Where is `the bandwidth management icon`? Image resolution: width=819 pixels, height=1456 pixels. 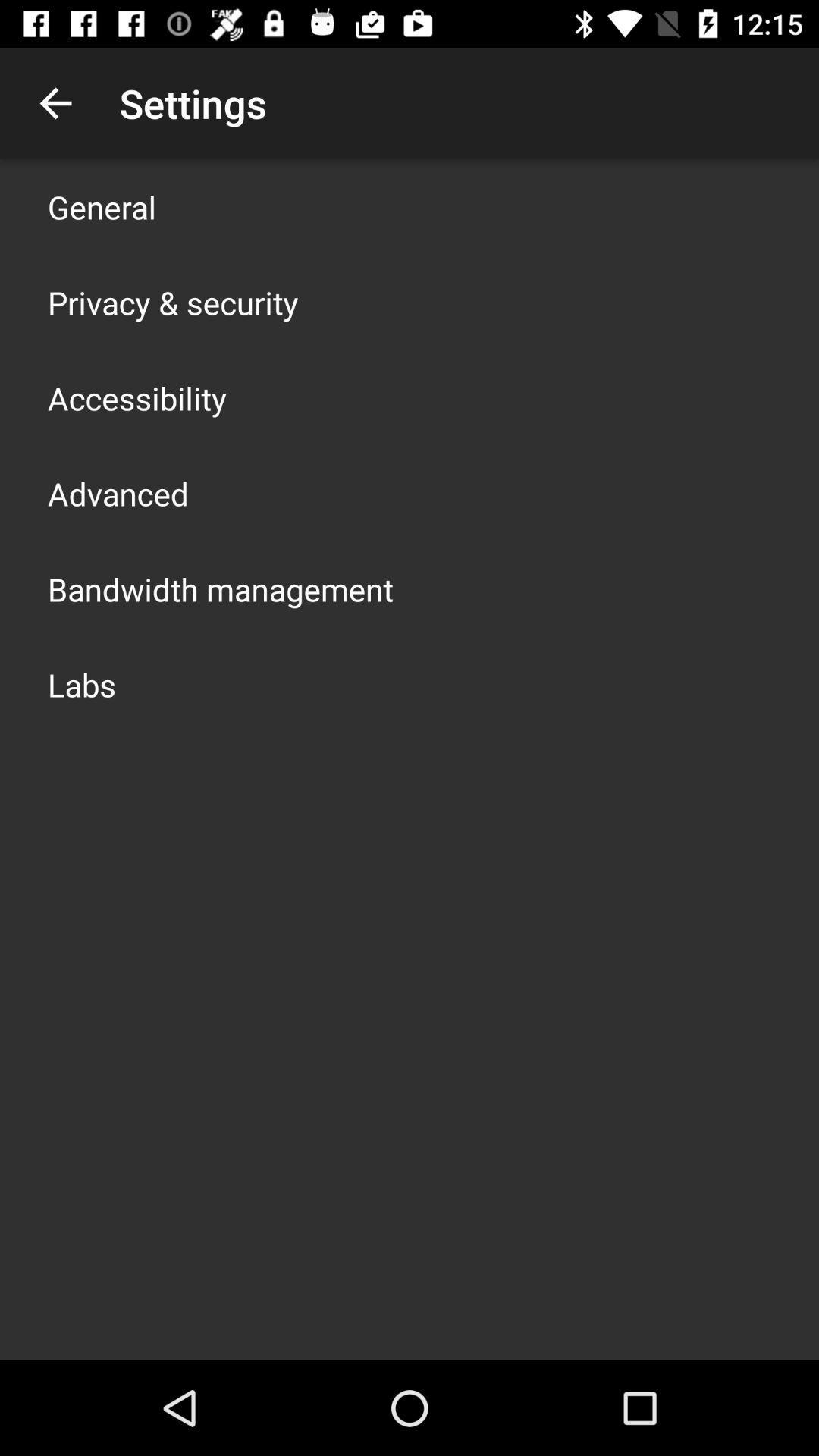
the bandwidth management icon is located at coordinates (220, 588).